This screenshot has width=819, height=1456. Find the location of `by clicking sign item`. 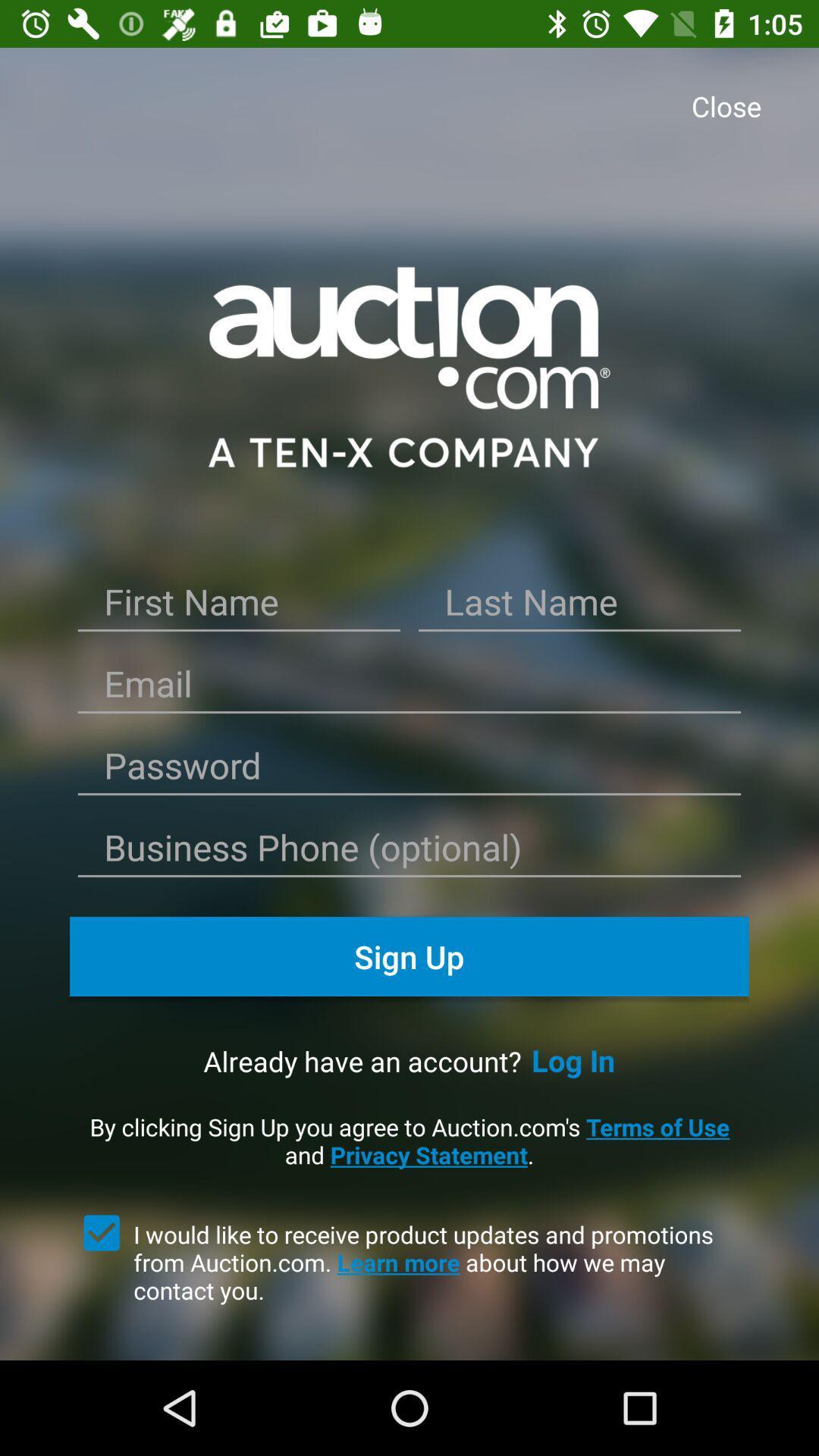

by clicking sign item is located at coordinates (409, 1141).